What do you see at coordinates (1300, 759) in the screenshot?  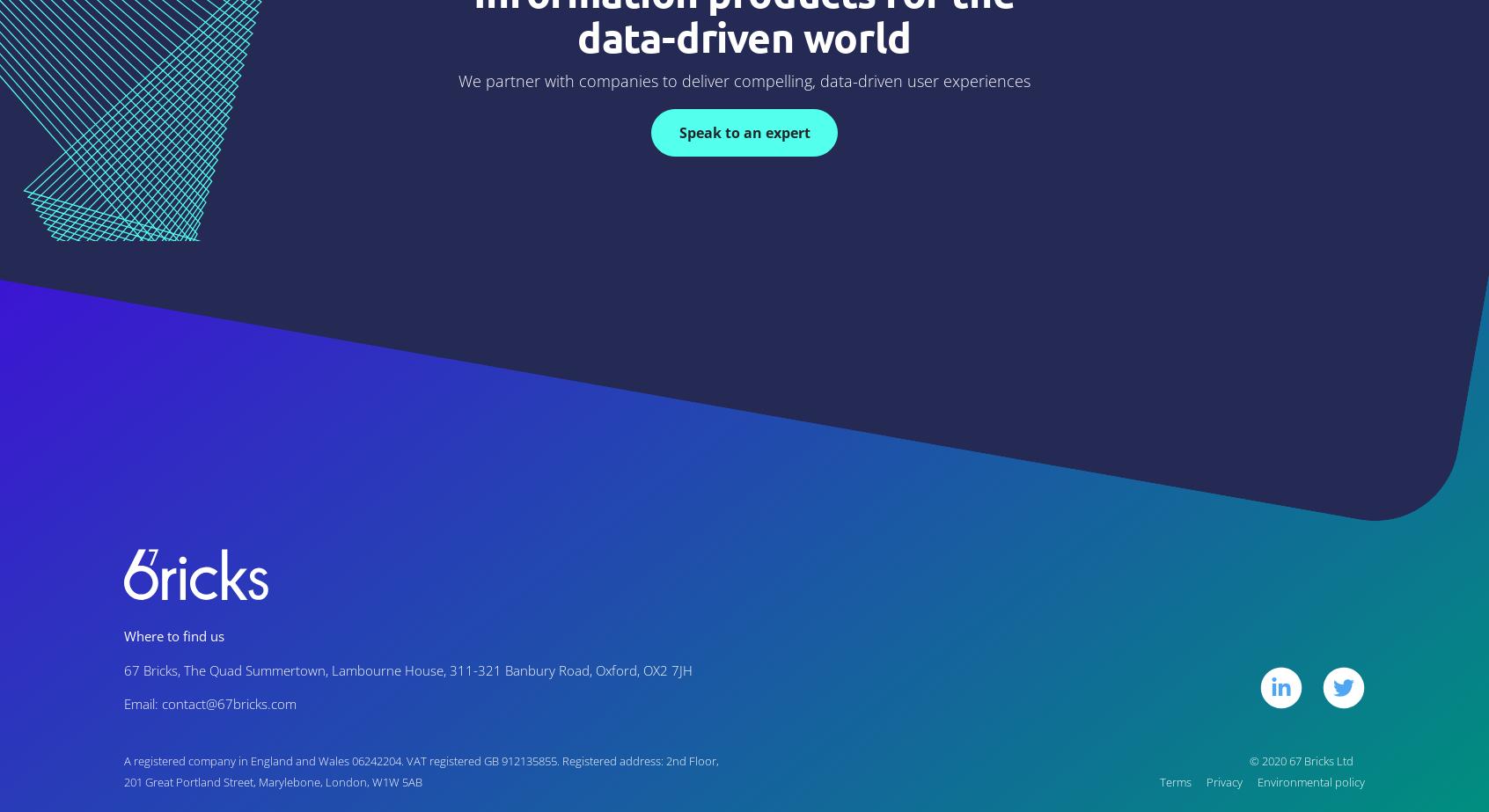 I see `'© 2020 67 Bricks Ltd'` at bounding box center [1300, 759].